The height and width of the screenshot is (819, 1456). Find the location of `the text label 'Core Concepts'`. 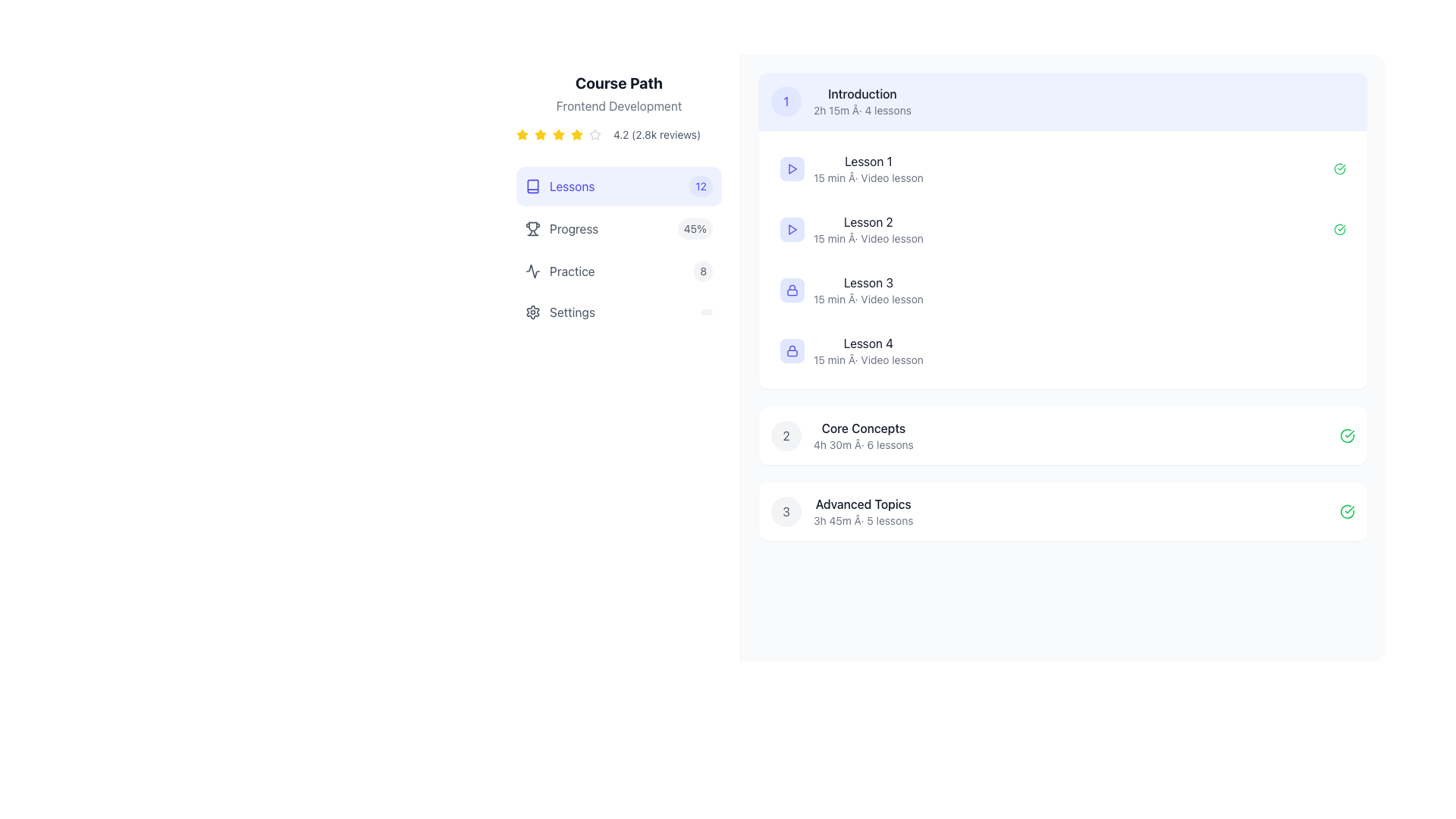

the text label 'Core Concepts' is located at coordinates (863, 428).